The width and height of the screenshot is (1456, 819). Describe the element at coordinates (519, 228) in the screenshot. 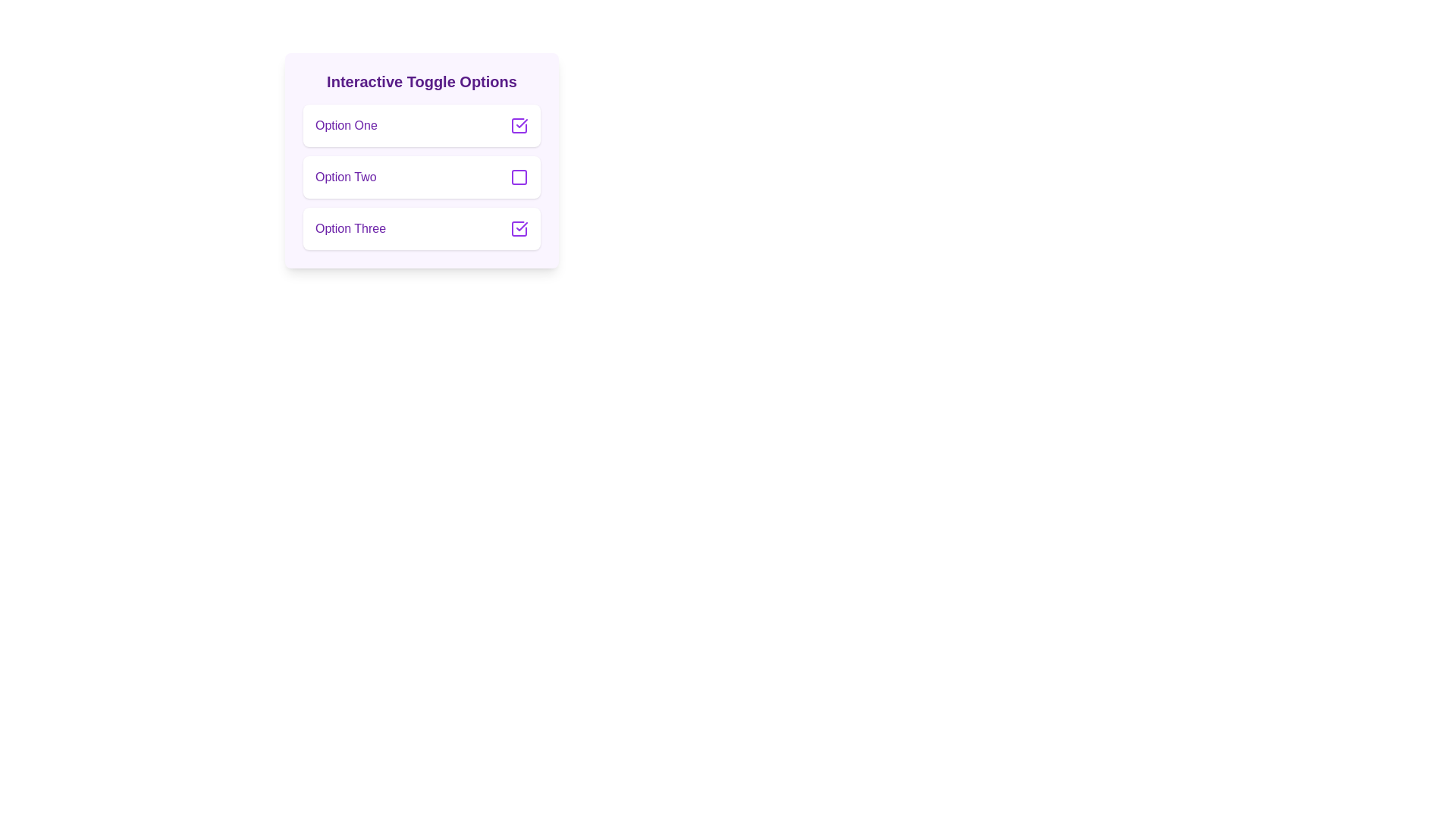

I see `the Outline segment of the SVG-based checkbox icon representing the checked status for 'Option Three'` at that location.